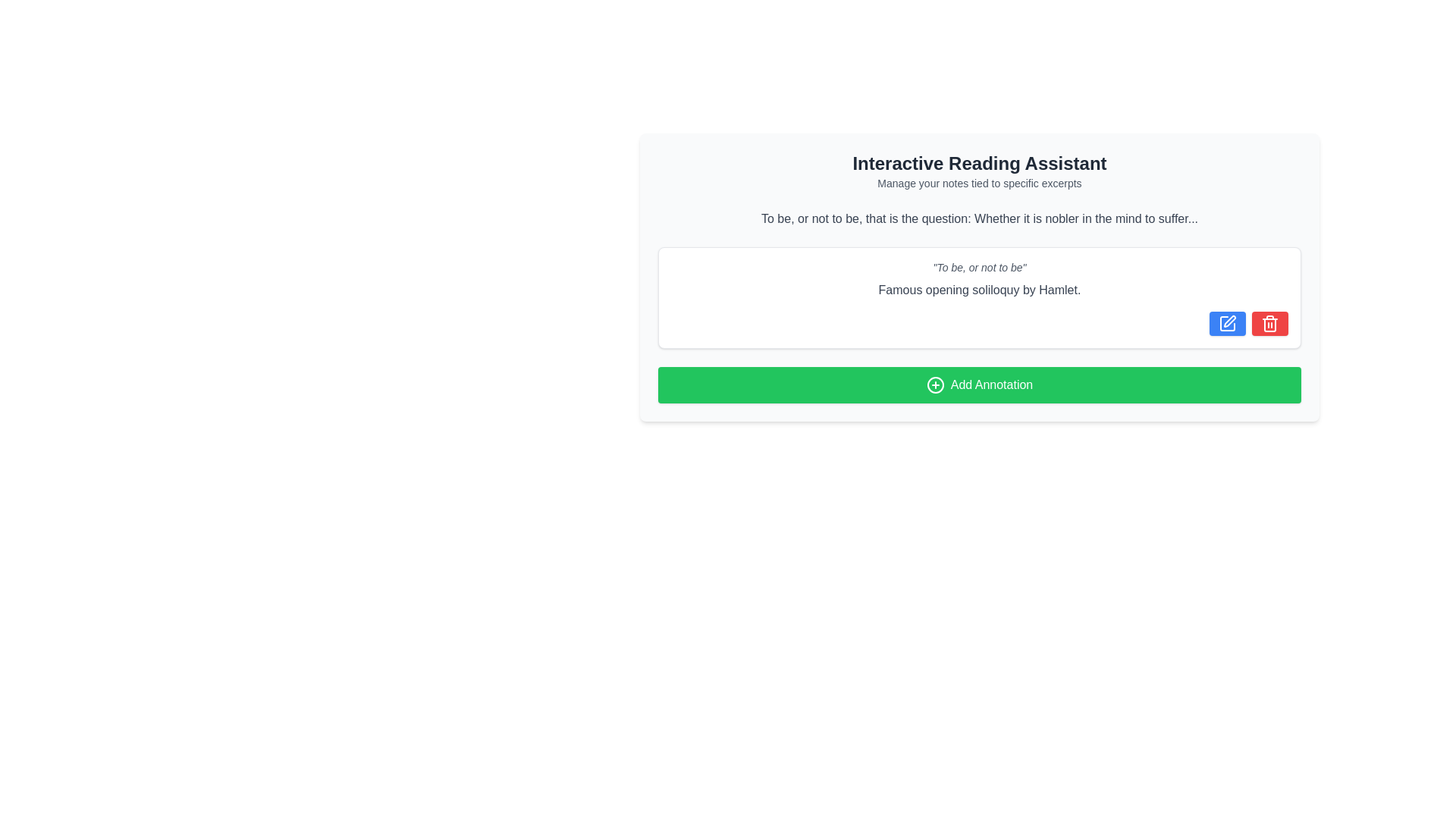  I want to click on the static text that provides supplementary information about the 'Interactive Reading Assistant' feature, which is positioned directly below the title and spans horizontally across the center of the interface, so click(979, 183).